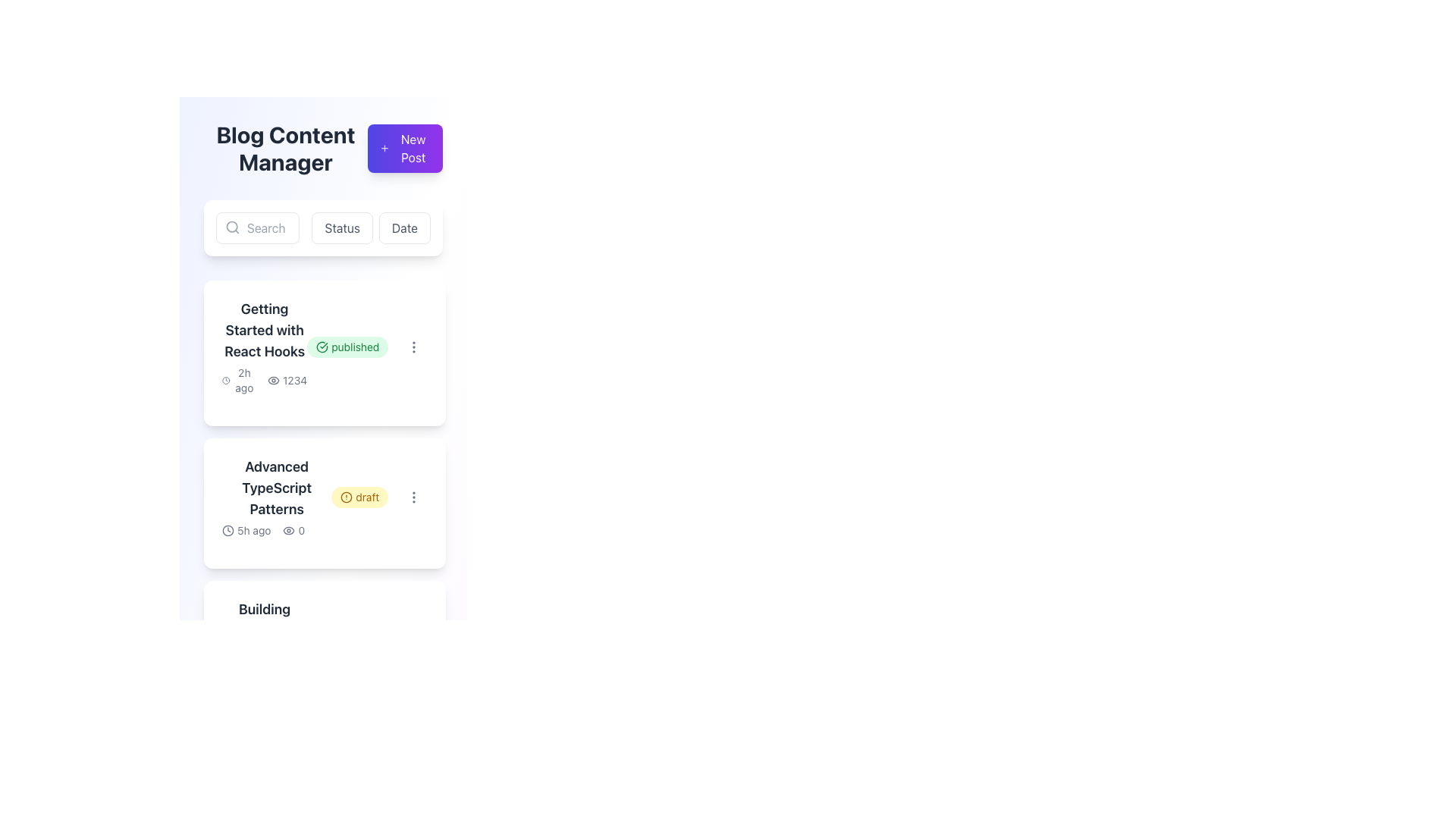 This screenshot has width=1456, height=819. Describe the element at coordinates (231, 227) in the screenshot. I see `the circular lens of the magnifying glass icon located in the top-left corner of the interface, next to the 'Search' button` at that location.